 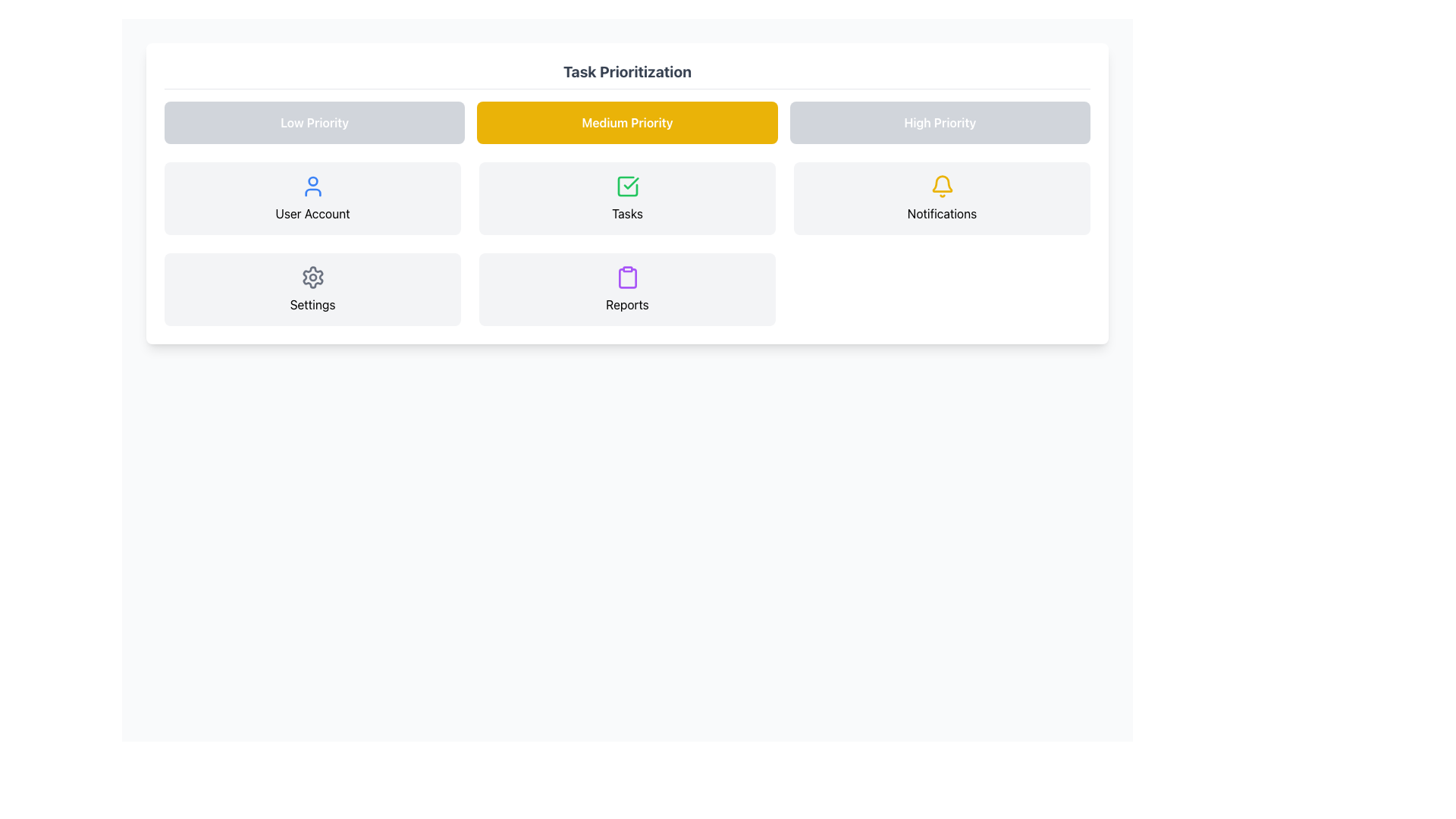 I want to click on the blue user silhouette icon located at the center-top of the 'User Account' box, so click(x=312, y=186).